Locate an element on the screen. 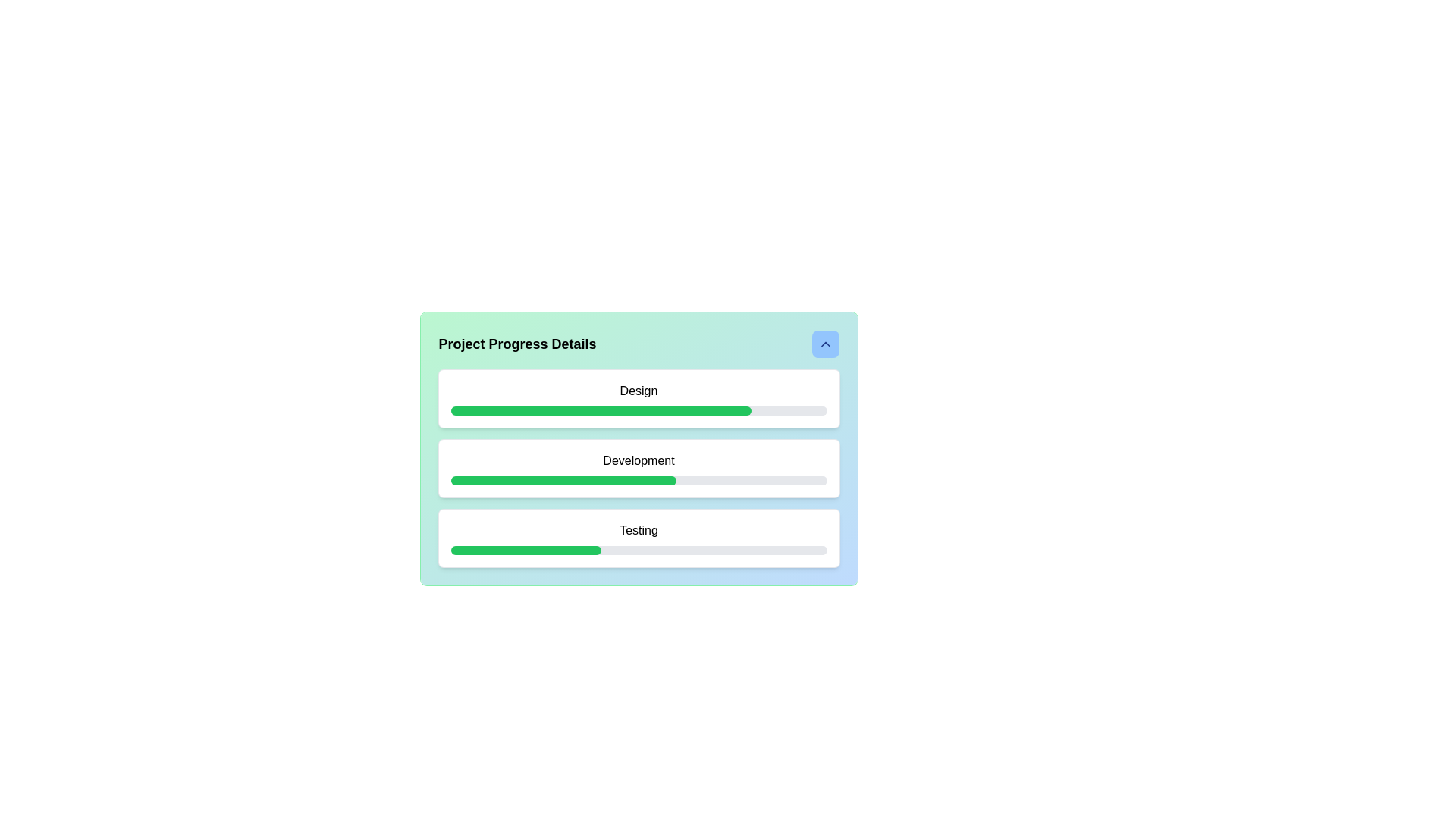 The image size is (1456, 819). the leftmost 80% progress bar segment under the 'Design' label in the first row of the vertically stacked layout is located at coordinates (600, 411).